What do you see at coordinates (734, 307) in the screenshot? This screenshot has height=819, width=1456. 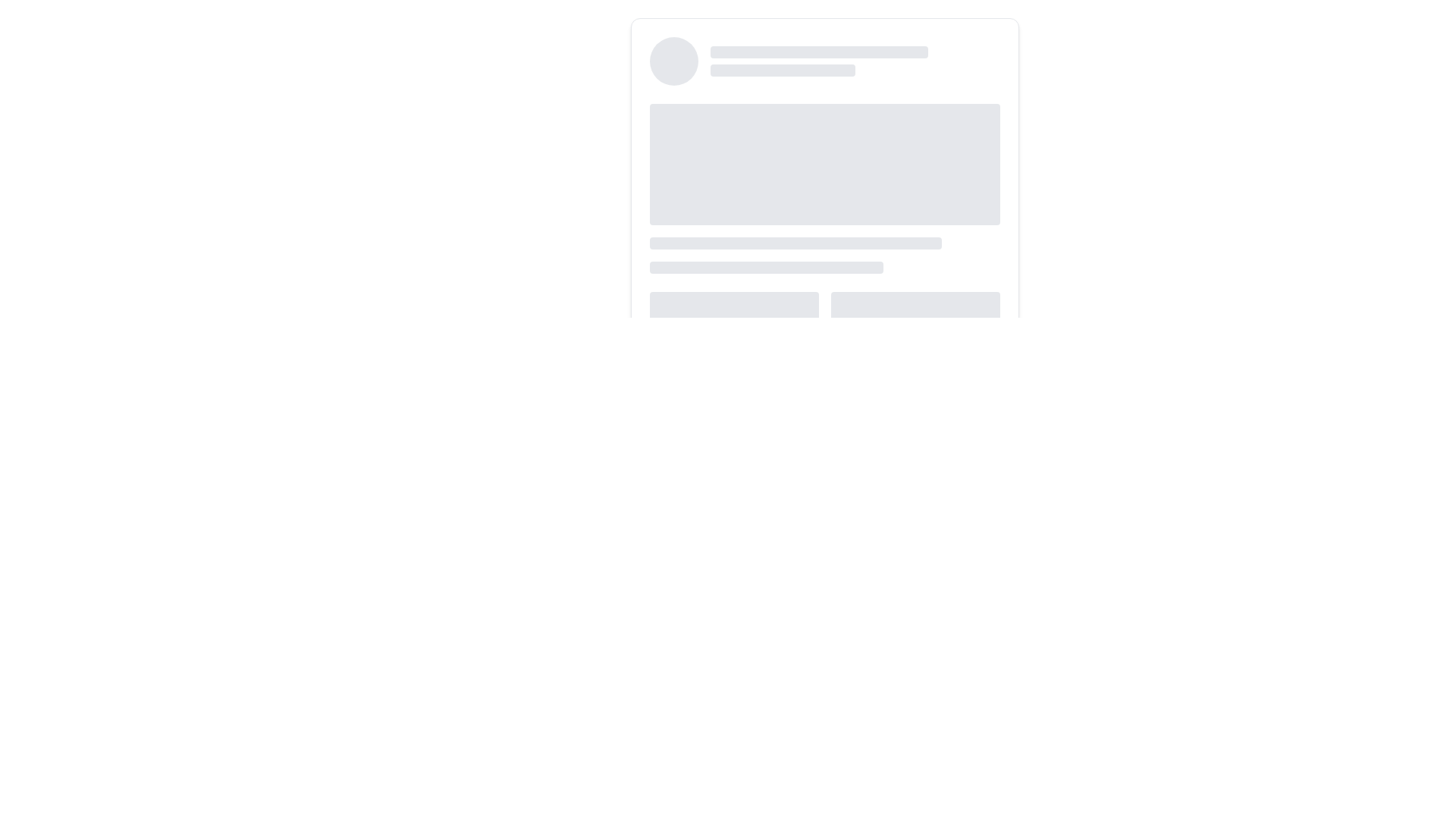 I see `the leftmost static placeholder or content loader, which is a rectangular box with rounded corners and a light gray background, positioned at the bottom section of the interface` at bounding box center [734, 307].